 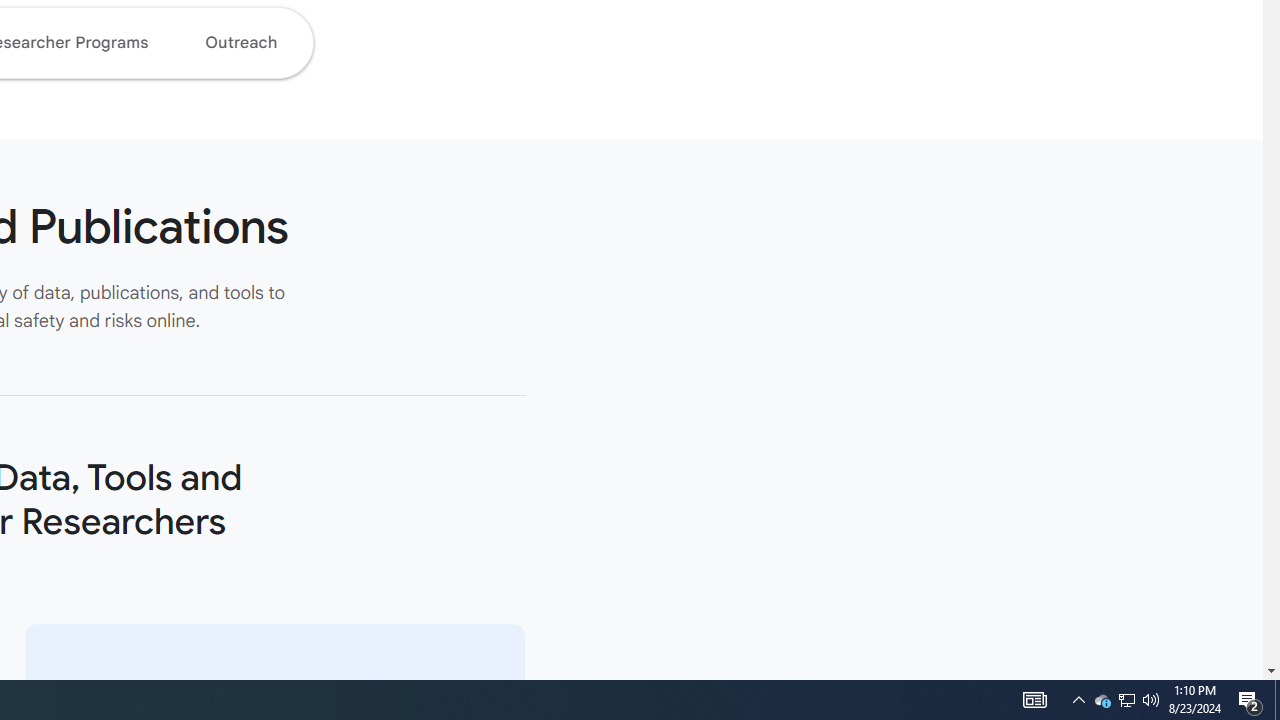 I want to click on 'Outreach', so click(x=240, y=42).